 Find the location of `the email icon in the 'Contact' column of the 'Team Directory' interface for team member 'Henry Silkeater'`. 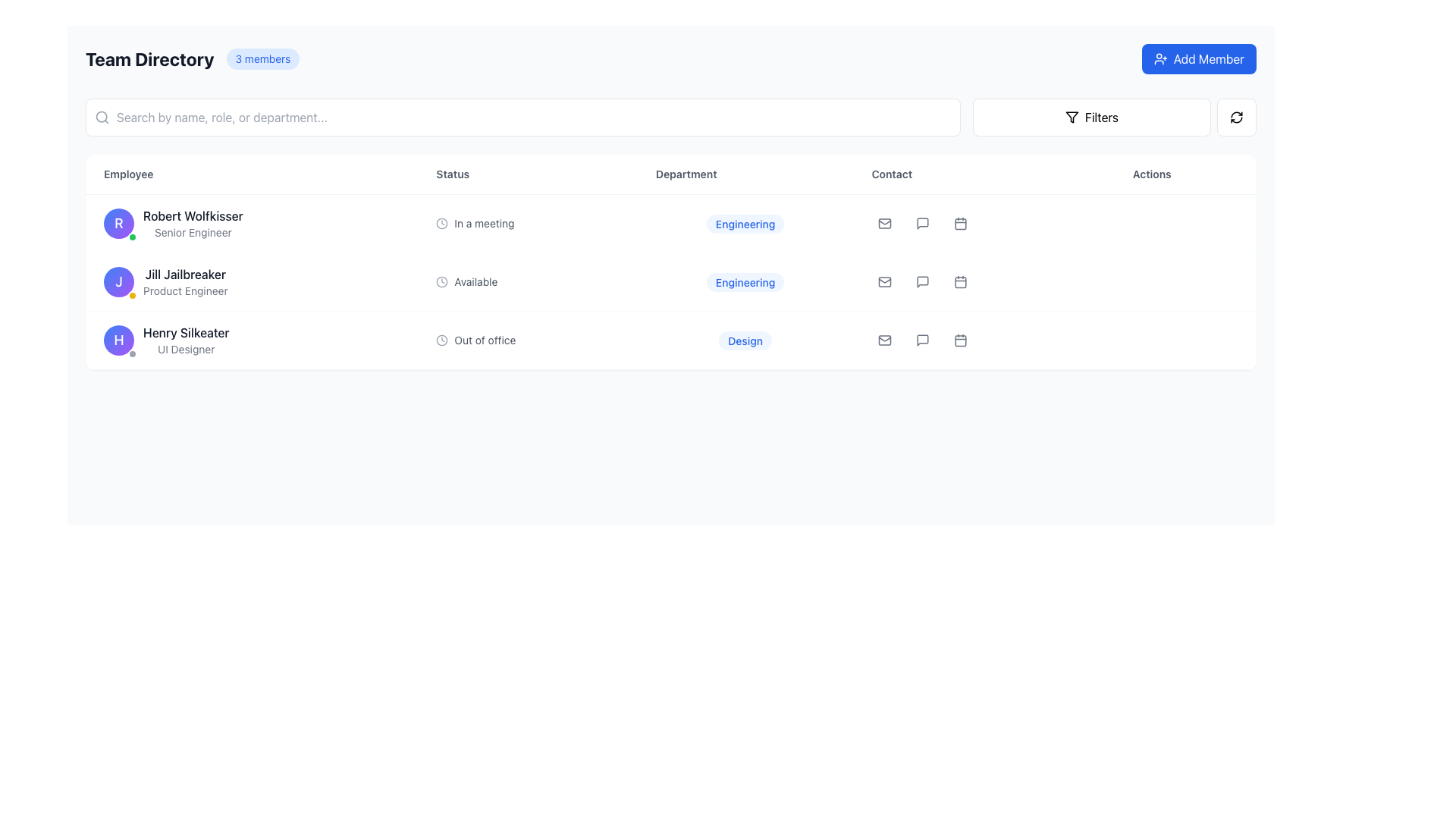

the email icon in the 'Contact' column of the 'Team Directory' interface for team member 'Henry Silkeater' is located at coordinates (884, 339).